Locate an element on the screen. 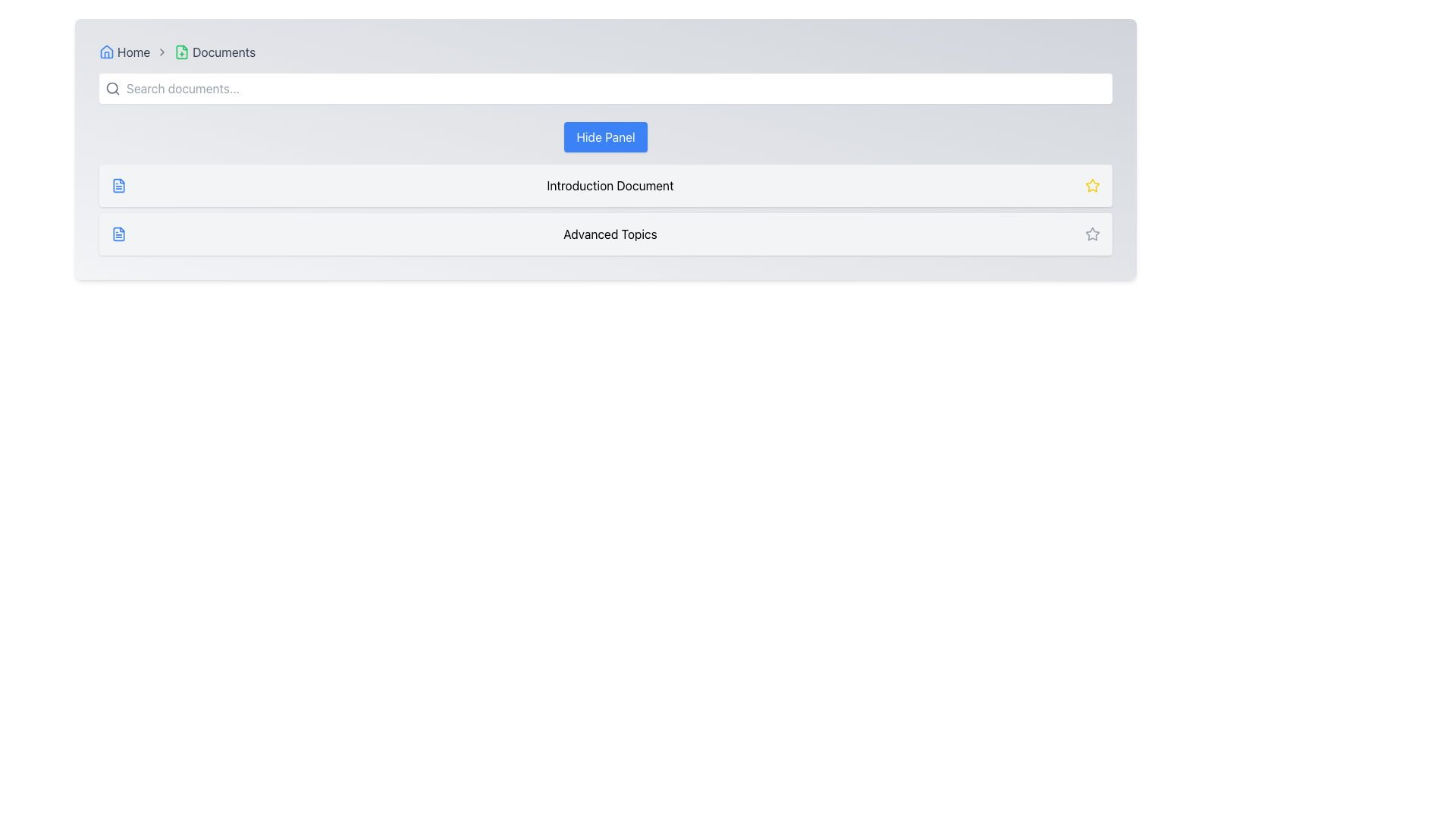  the chevron icon located between the 'Home' and 'Documents' breadcrumb links in the navigation header is located at coordinates (162, 52).